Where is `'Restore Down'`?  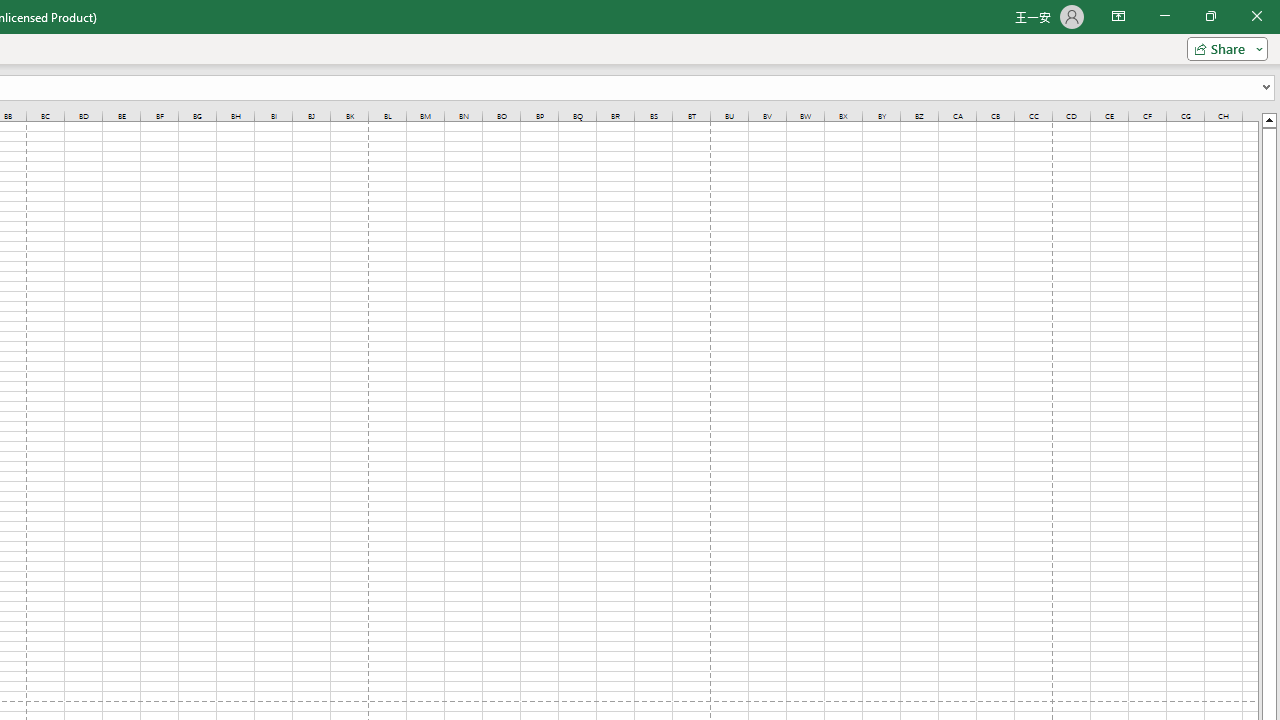
'Restore Down' is located at coordinates (1209, 16).